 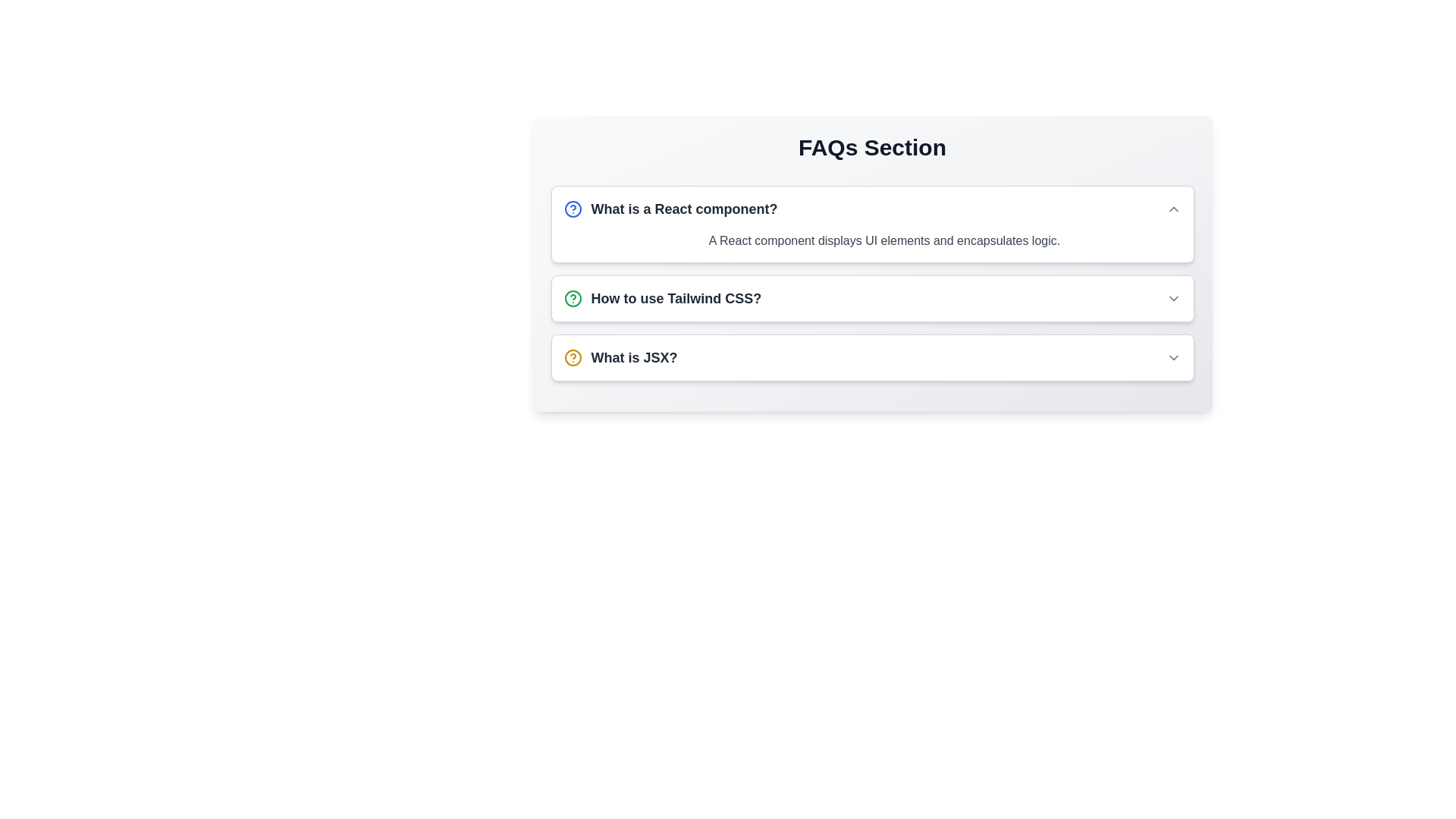 What do you see at coordinates (675, 298) in the screenshot?
I see `the text label that reads 'How to use Tailwind CSS?' which is prominently displayed in the middle of a collapsible FAQ item section` at bounding box center [675, 298].